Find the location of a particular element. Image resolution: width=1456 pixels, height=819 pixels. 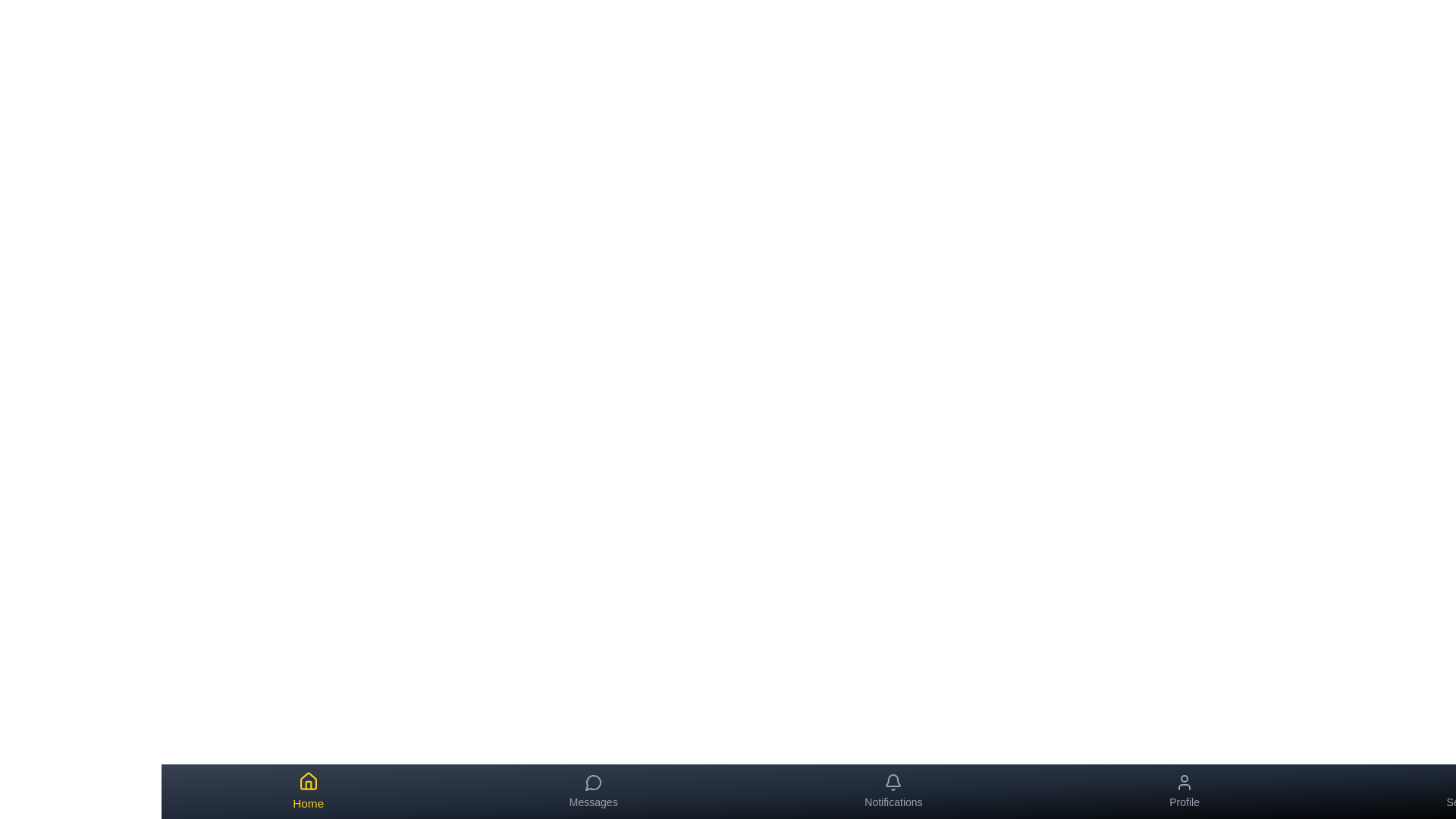

the tab labeled Messages to view its hover effect is located at coordinates (592, 791).